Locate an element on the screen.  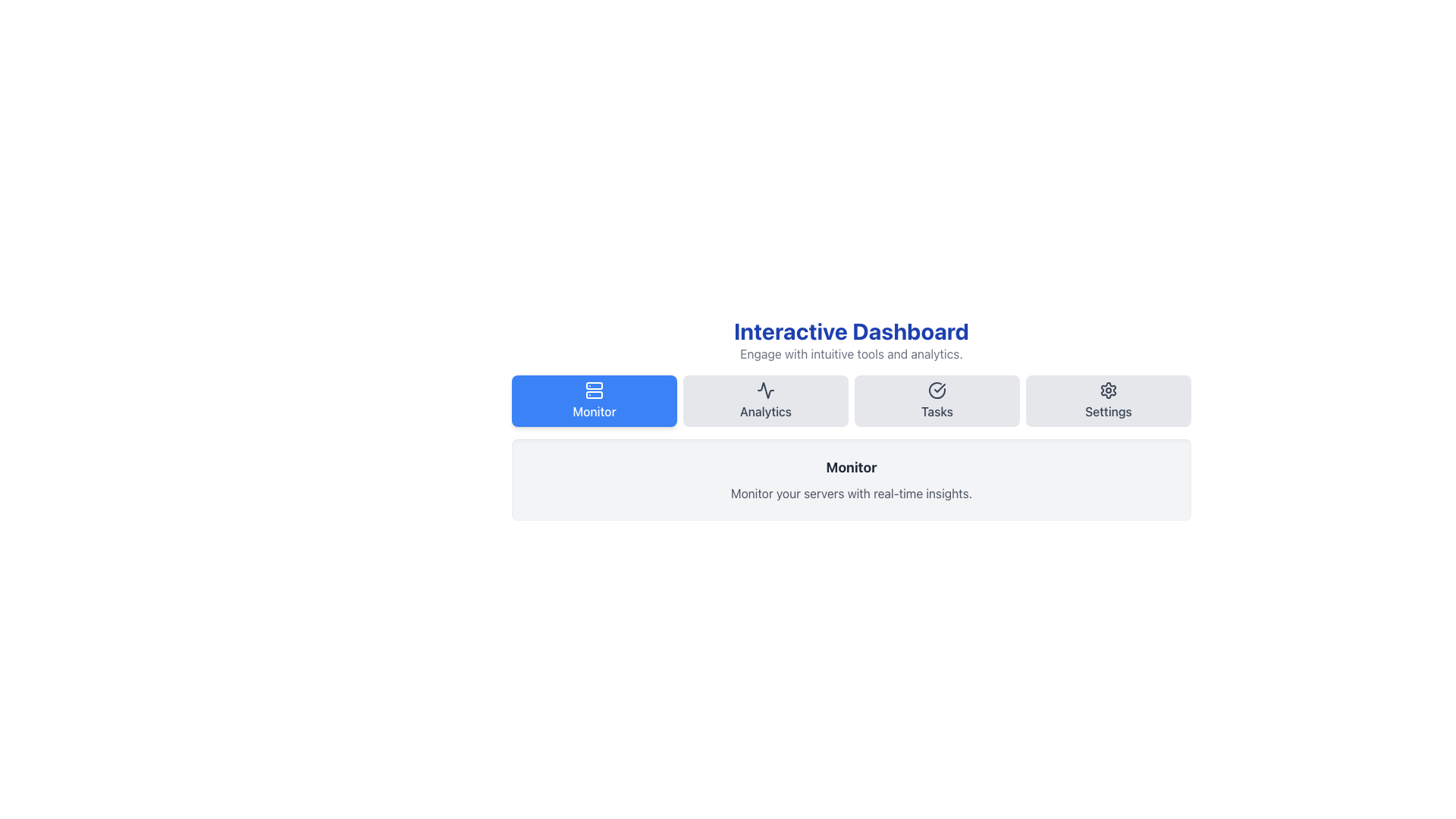
the 'Settings' button, which is the fourth button from the left on the toolbar is located at coordinates (1109, 400).